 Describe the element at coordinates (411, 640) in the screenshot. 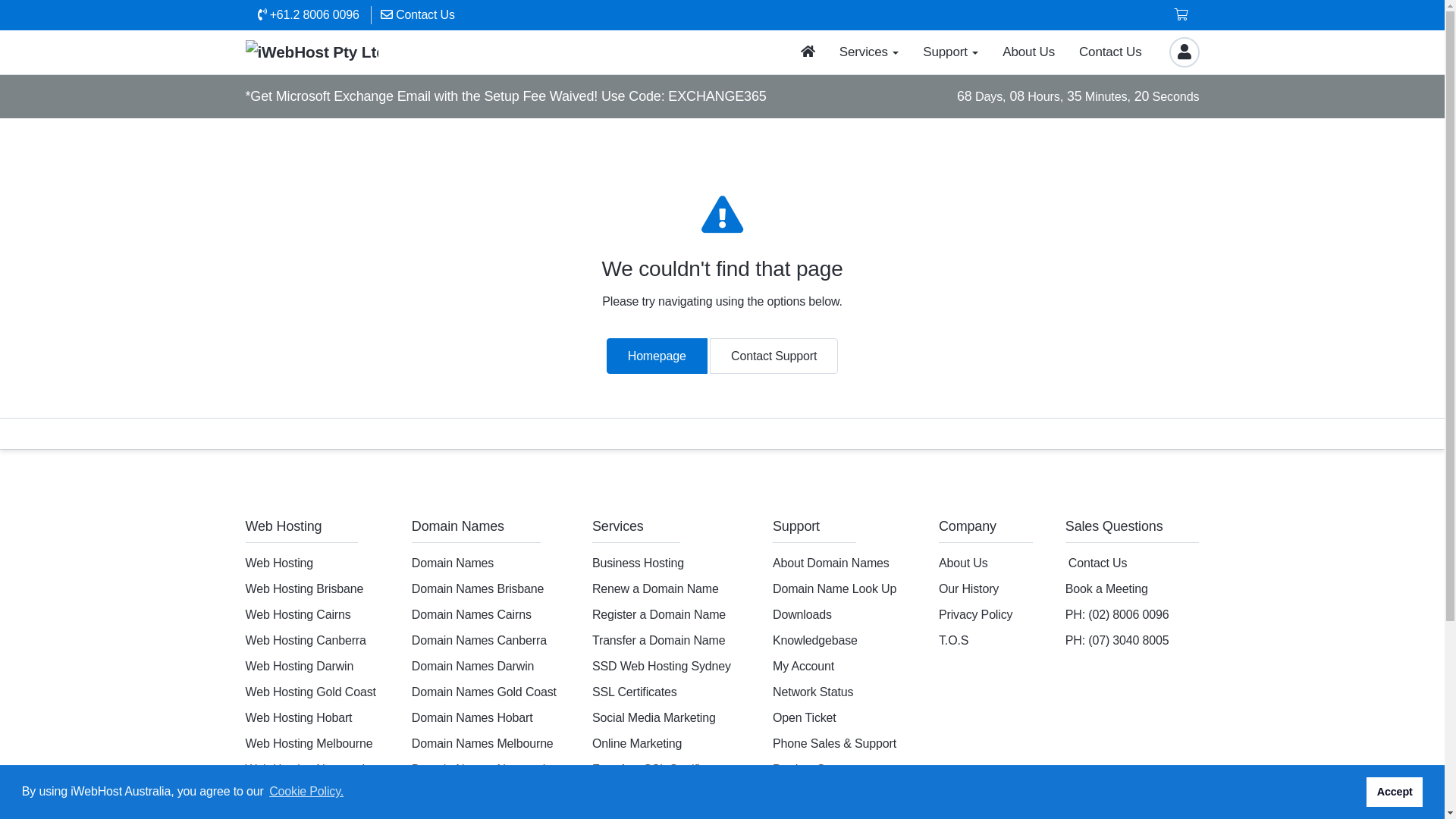

I see `'Domain Names Canberra'` at that location.